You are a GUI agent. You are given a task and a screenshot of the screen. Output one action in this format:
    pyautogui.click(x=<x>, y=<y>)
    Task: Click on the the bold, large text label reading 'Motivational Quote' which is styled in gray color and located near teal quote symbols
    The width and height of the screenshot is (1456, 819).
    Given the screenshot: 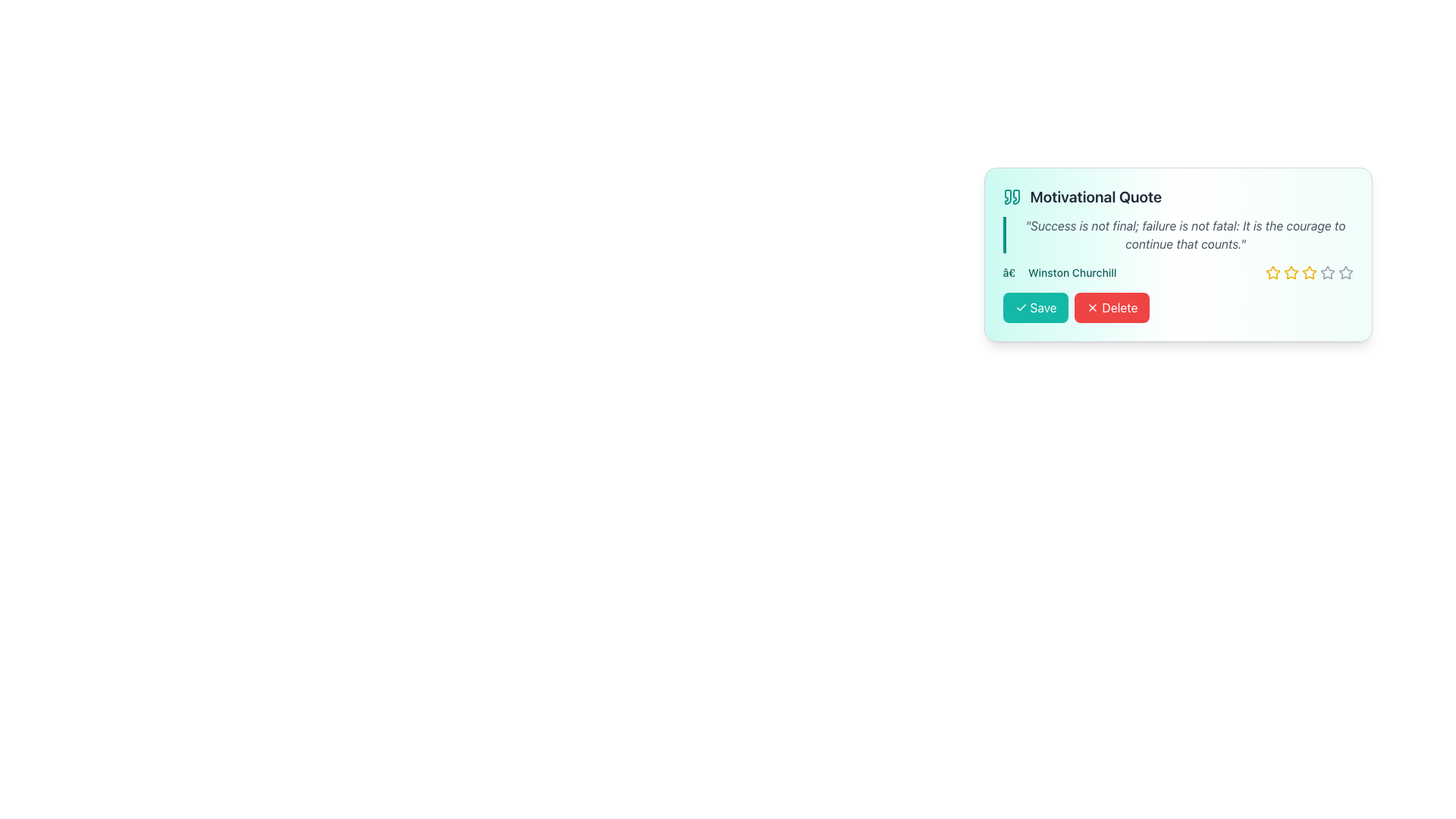 What is the action you would take?
    pyautogui.click(x=1096, y=196)
    